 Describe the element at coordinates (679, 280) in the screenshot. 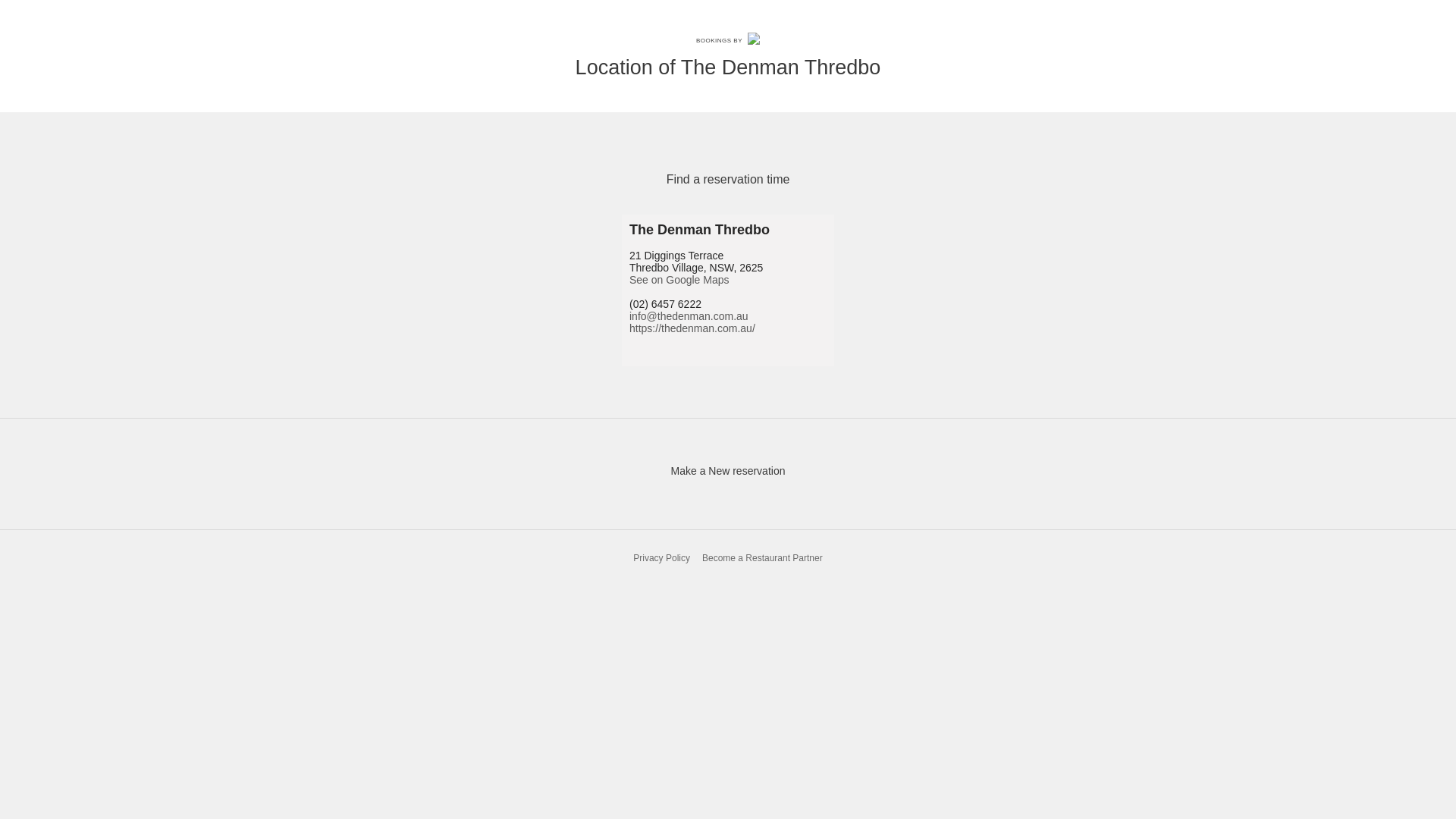

I see `'See on Google Maps'` at that location.